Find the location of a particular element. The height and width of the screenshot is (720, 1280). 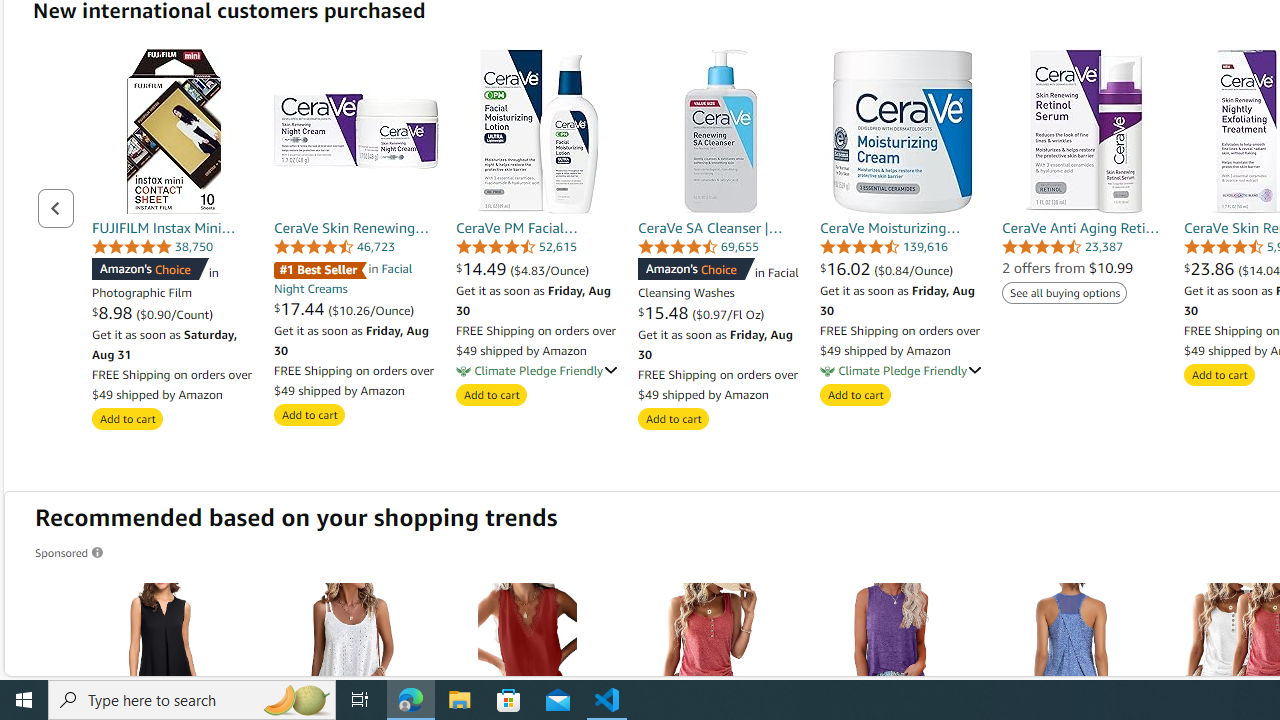

'$8.98 ' is located at coordinates (113, 312).